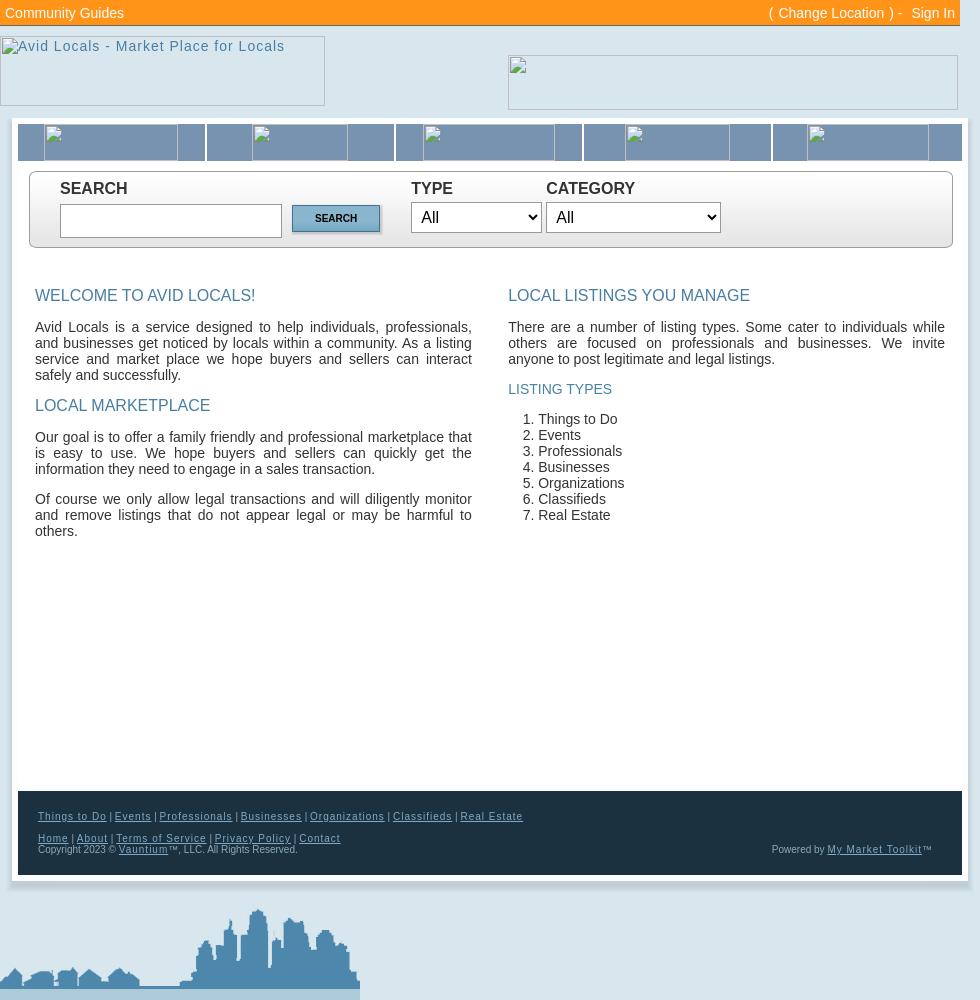  Describe the element at coordinates (897, 13) in the screenshot. I see `') -'` at that location.